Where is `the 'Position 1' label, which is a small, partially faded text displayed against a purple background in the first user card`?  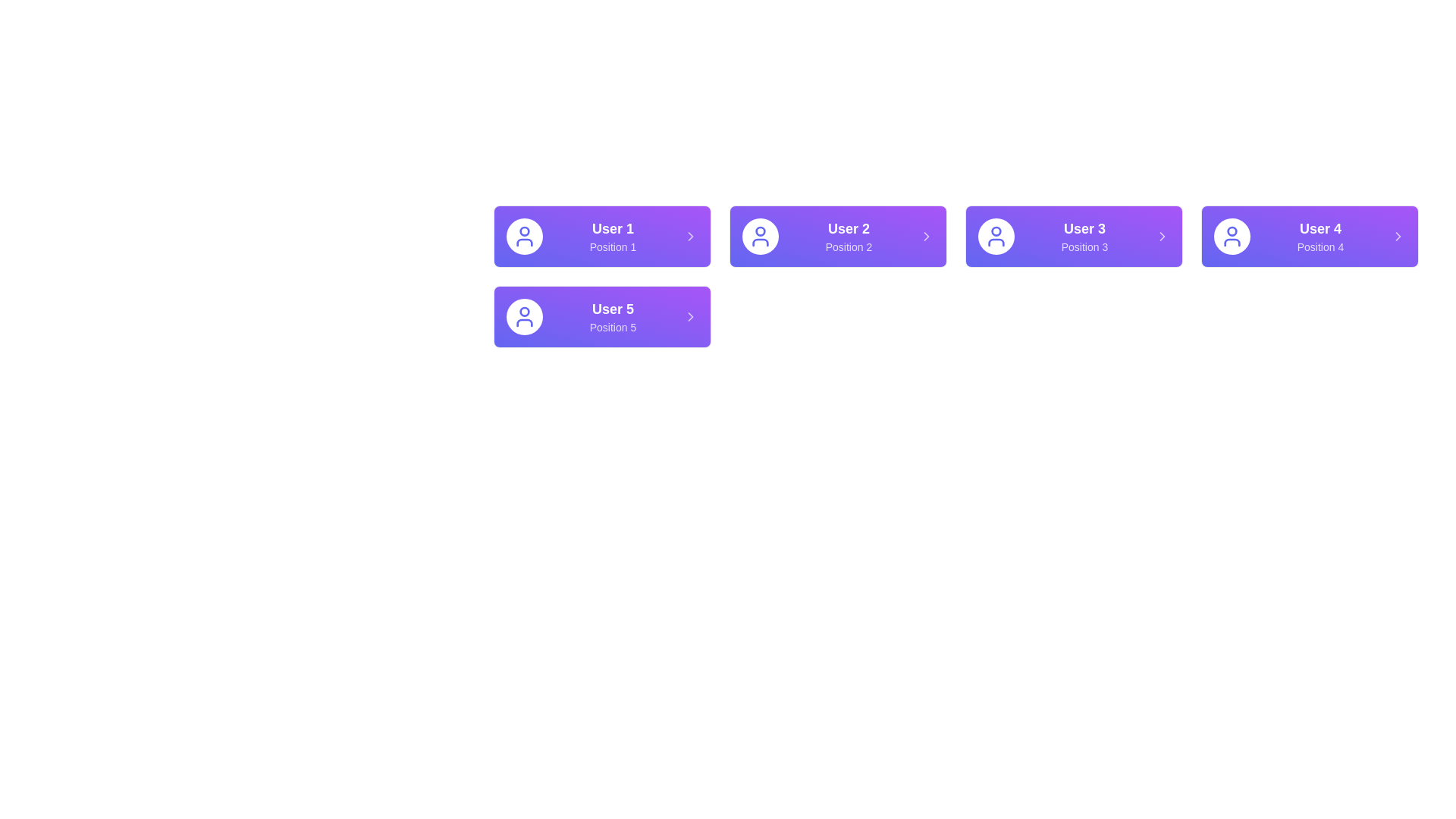
the 'Position 1' label, which is a small, partially faded text displayed against a purple background in the first user card is located at coordinates (613, 246).